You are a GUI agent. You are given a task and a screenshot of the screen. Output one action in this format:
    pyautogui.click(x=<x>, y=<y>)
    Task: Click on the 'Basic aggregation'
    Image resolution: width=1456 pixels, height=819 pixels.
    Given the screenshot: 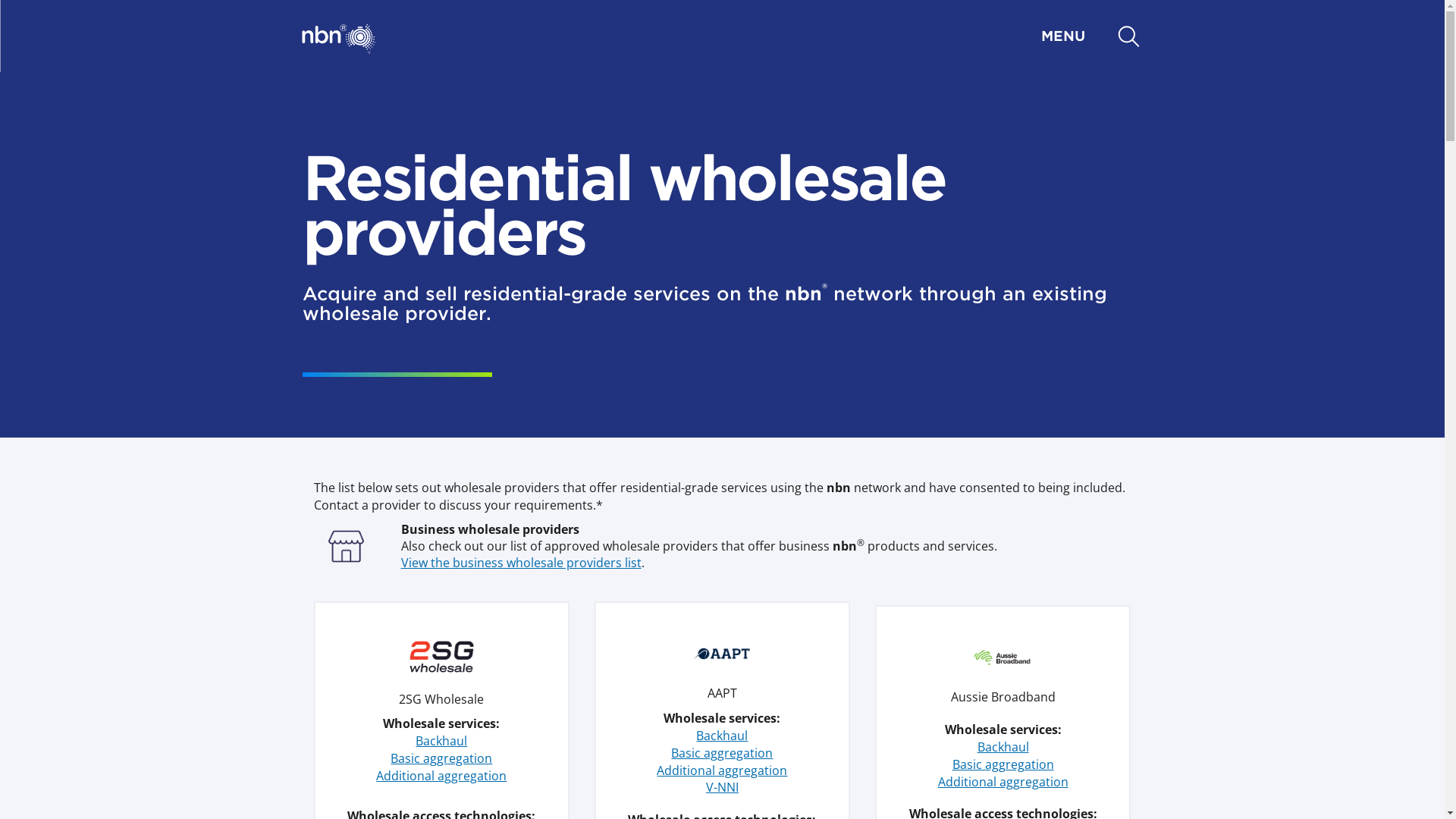 What is the action you would take?
    pyautogui.click(x=440, y=758)
    